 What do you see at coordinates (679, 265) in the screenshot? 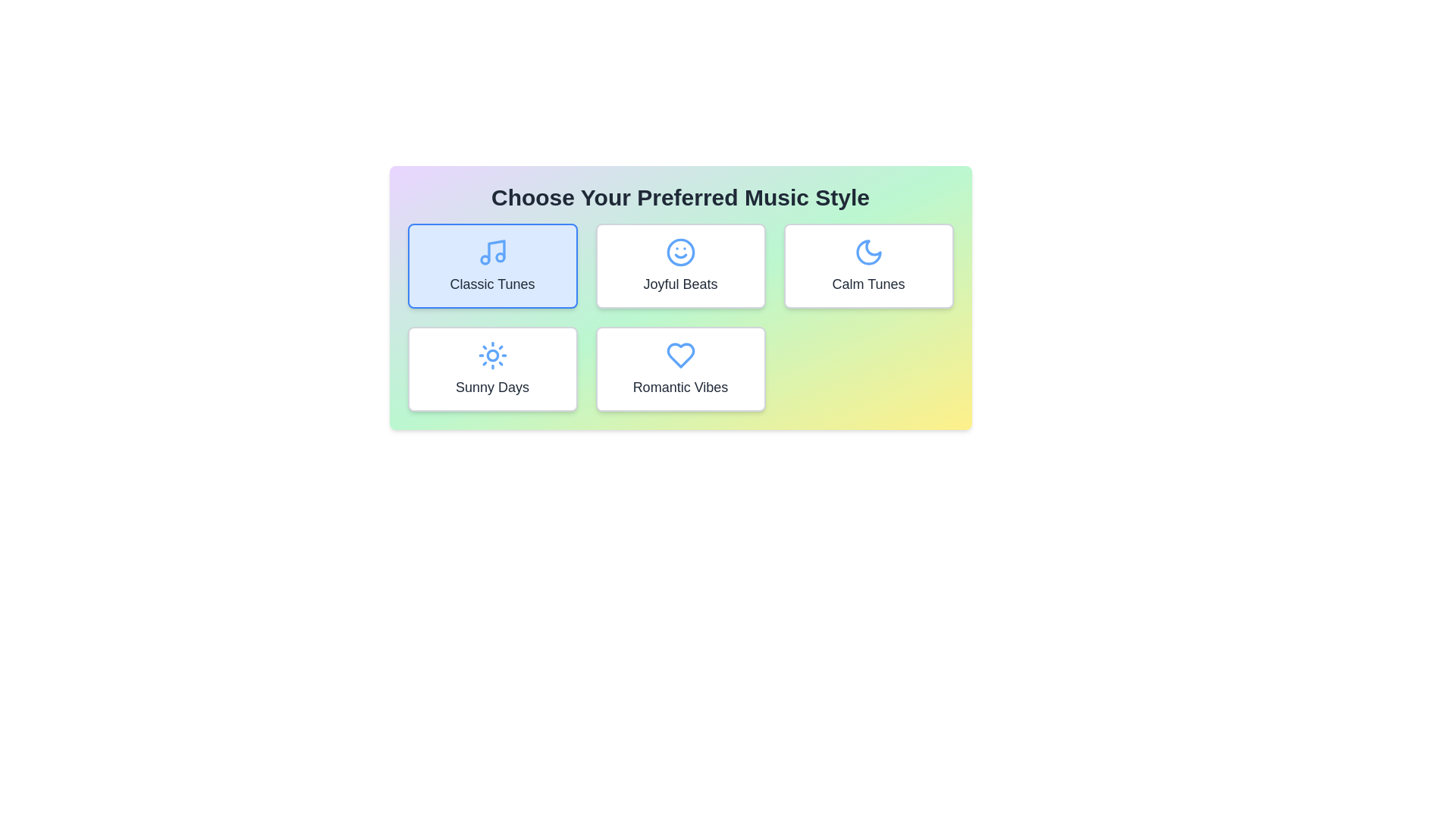
I see `the card styled component labeled 'Joyful Beats' which has a blue circular smiley face icon and is located in the second column of the top row of a grid layout` at bounding box center [679, 265].